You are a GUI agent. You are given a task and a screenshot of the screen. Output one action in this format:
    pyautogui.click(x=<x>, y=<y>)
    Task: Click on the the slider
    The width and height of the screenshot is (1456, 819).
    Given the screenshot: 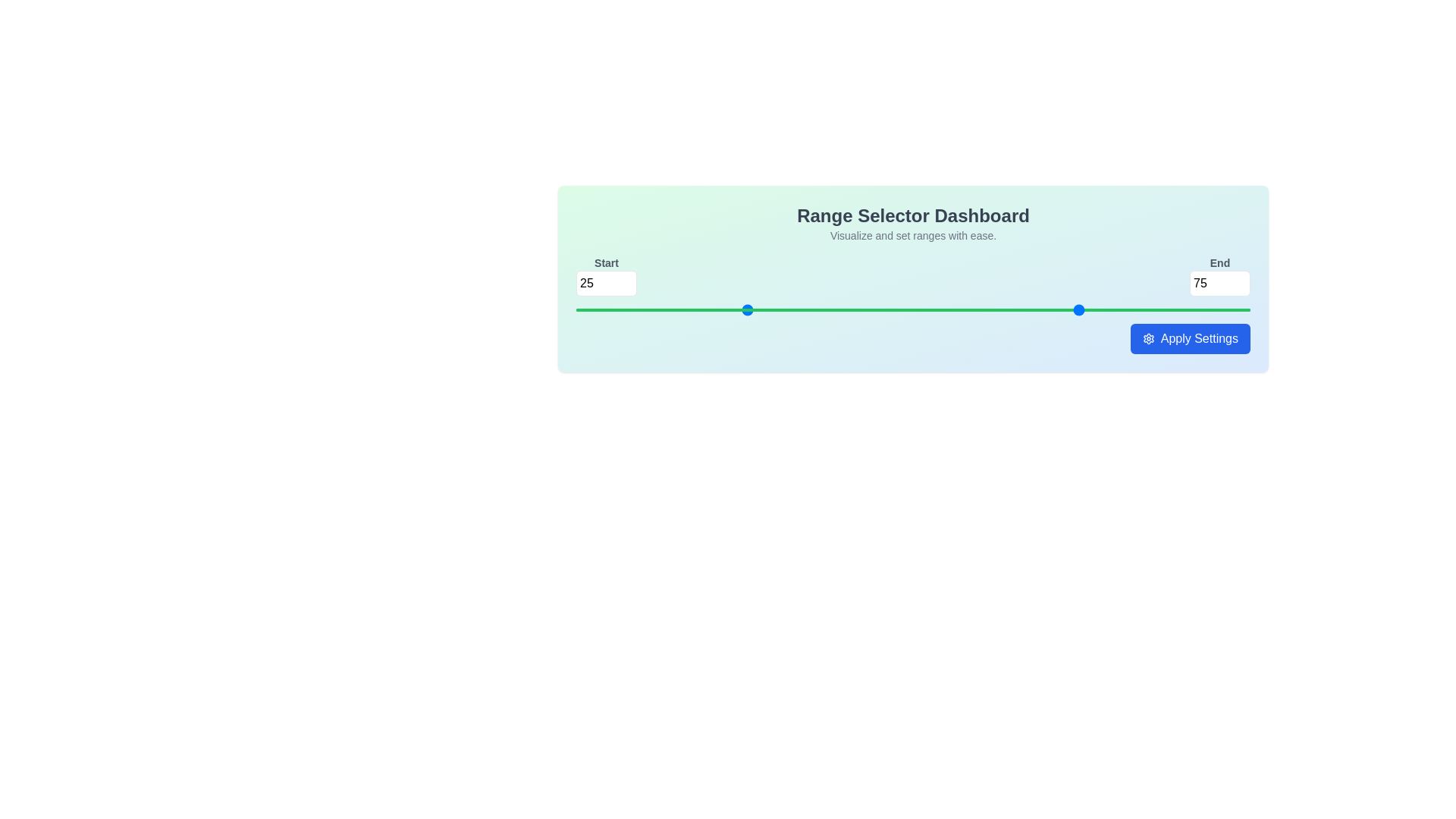 What is the action you would take?
    pyautogui.click(x=657, y=309)
    